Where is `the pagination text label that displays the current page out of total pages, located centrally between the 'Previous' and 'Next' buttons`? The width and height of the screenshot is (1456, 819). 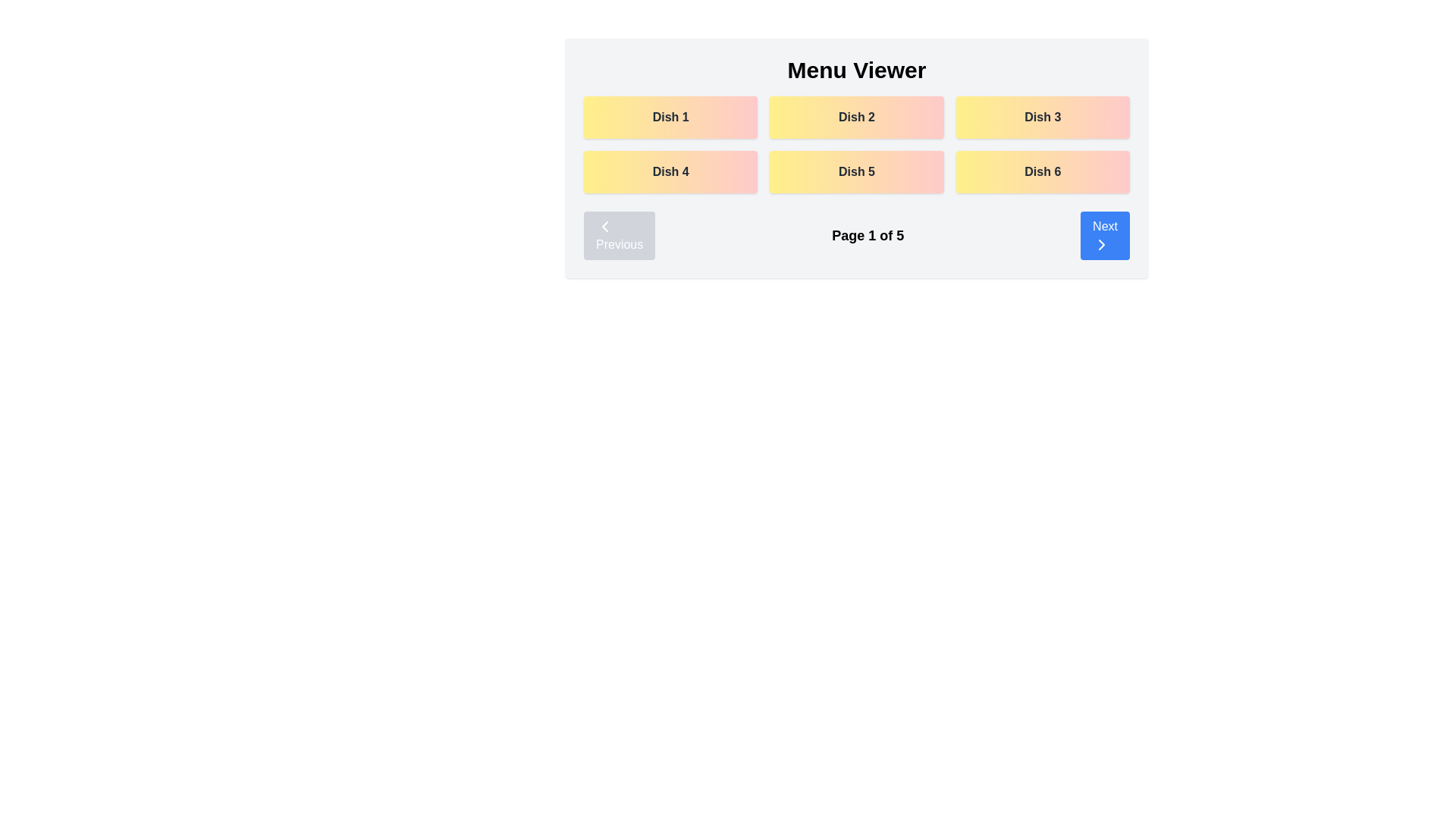
the pagination text label that displays the current page out of total pages, located centrally between the 'Previous' and 'Next' buttons is located at coordinates (868, 236).